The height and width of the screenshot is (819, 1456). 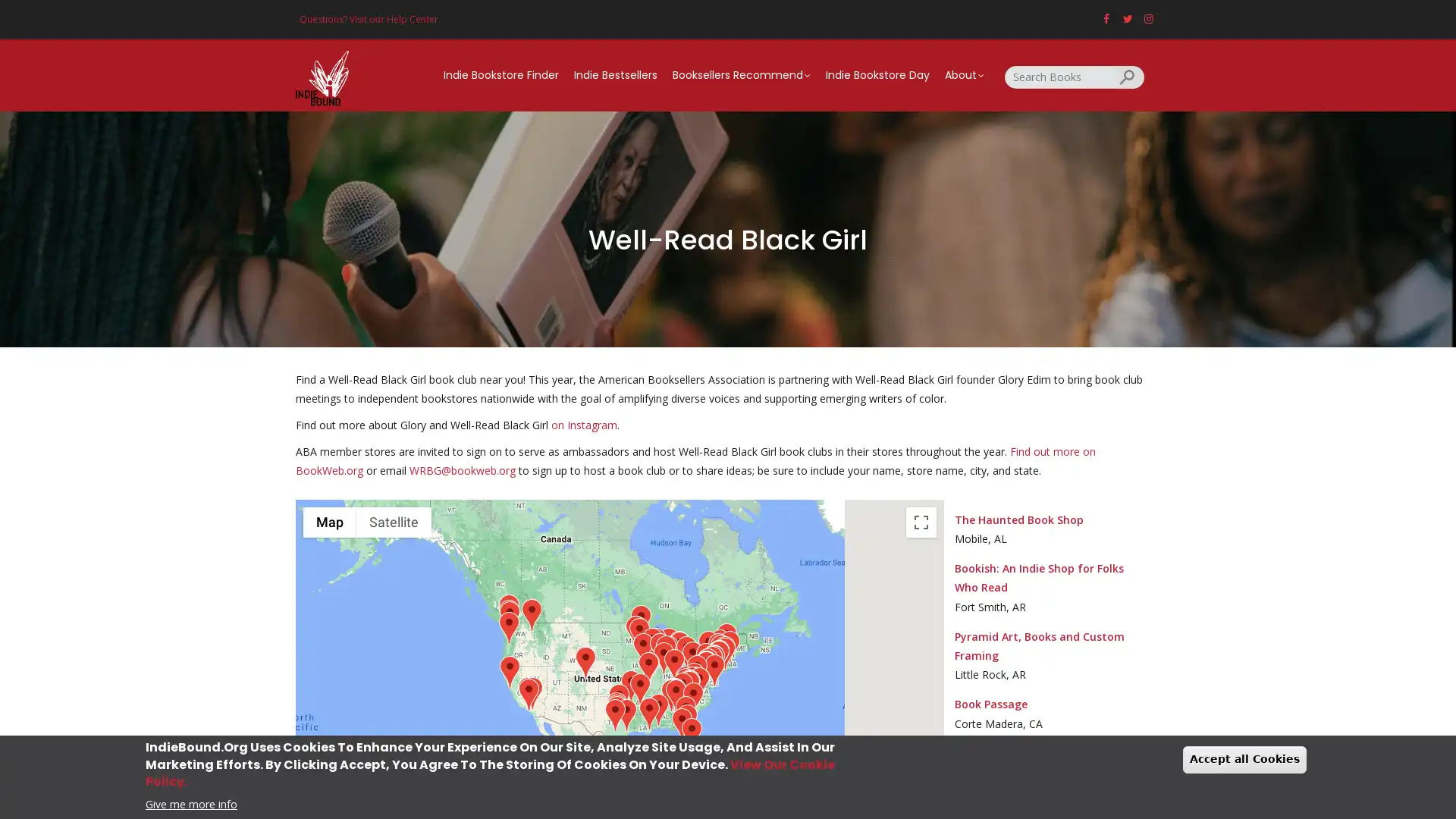 I want to click on Bookish: An Indie Shop for Folks Who Read, so click(x=630, y=686).